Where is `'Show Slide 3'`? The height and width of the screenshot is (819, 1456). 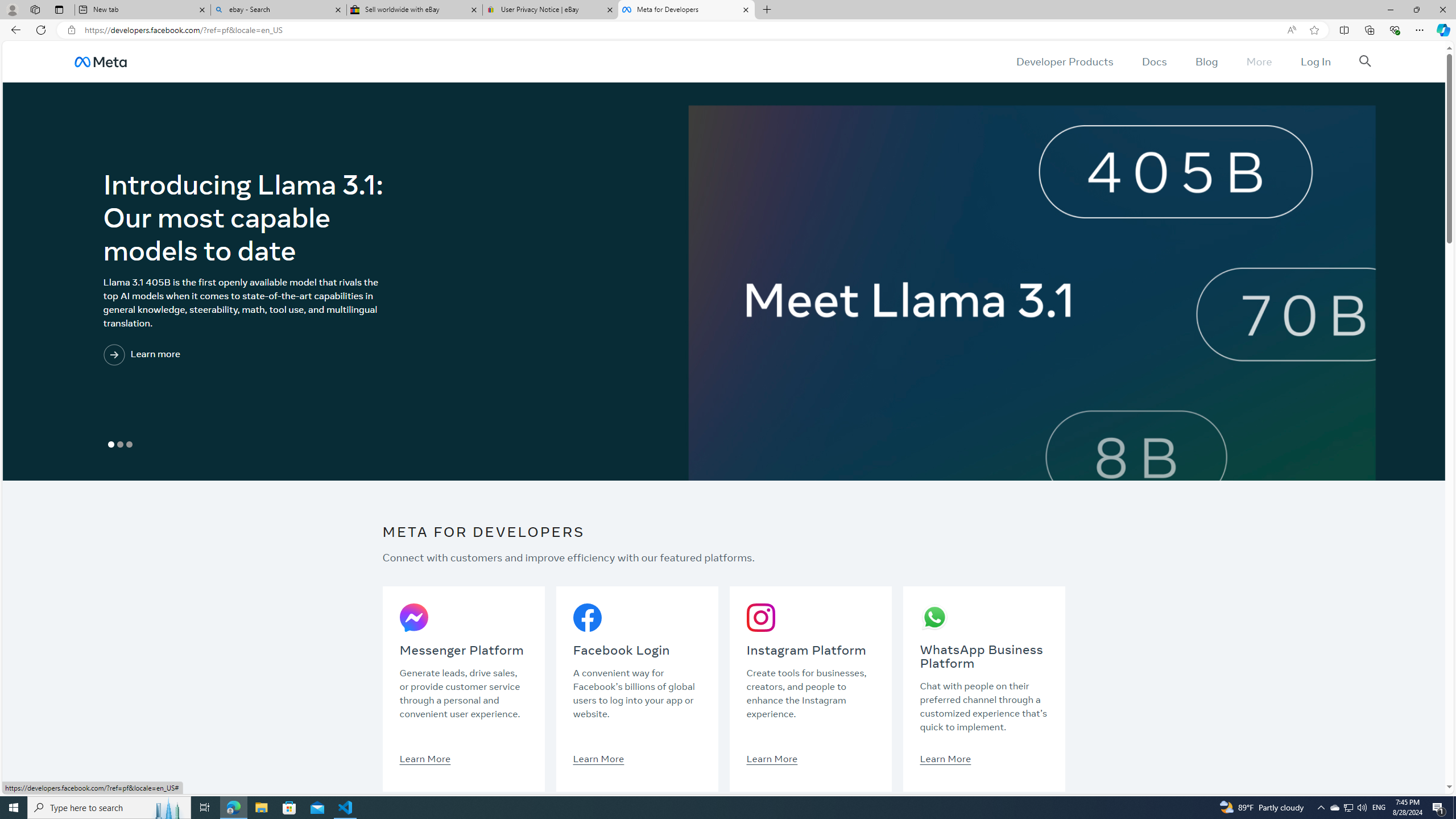
'Show Slide 3' is located at coordinates (128, 444).